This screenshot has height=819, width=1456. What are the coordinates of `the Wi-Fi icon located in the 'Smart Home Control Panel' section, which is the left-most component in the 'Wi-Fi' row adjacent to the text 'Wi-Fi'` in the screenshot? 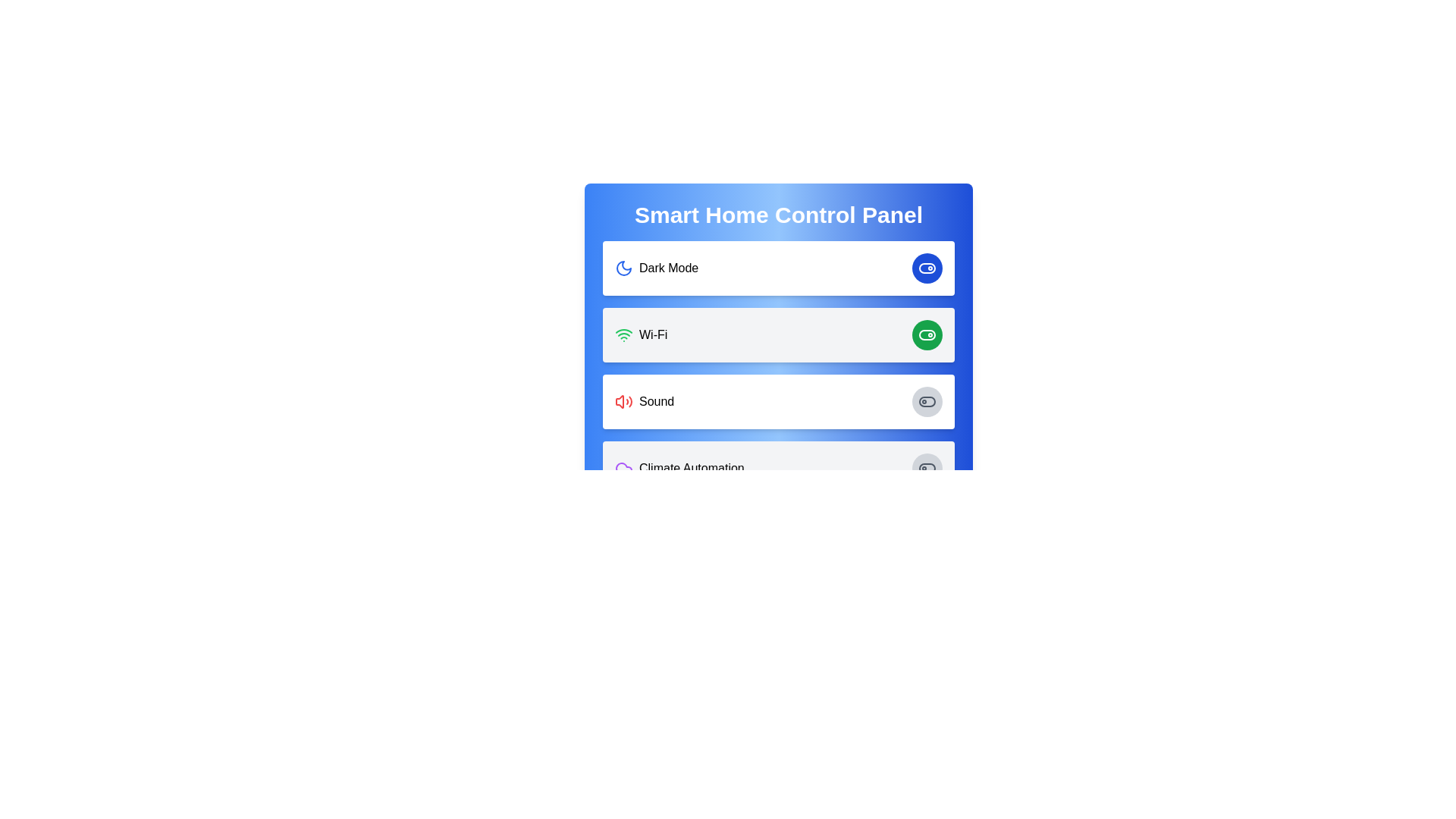 It's located at (623, 334).